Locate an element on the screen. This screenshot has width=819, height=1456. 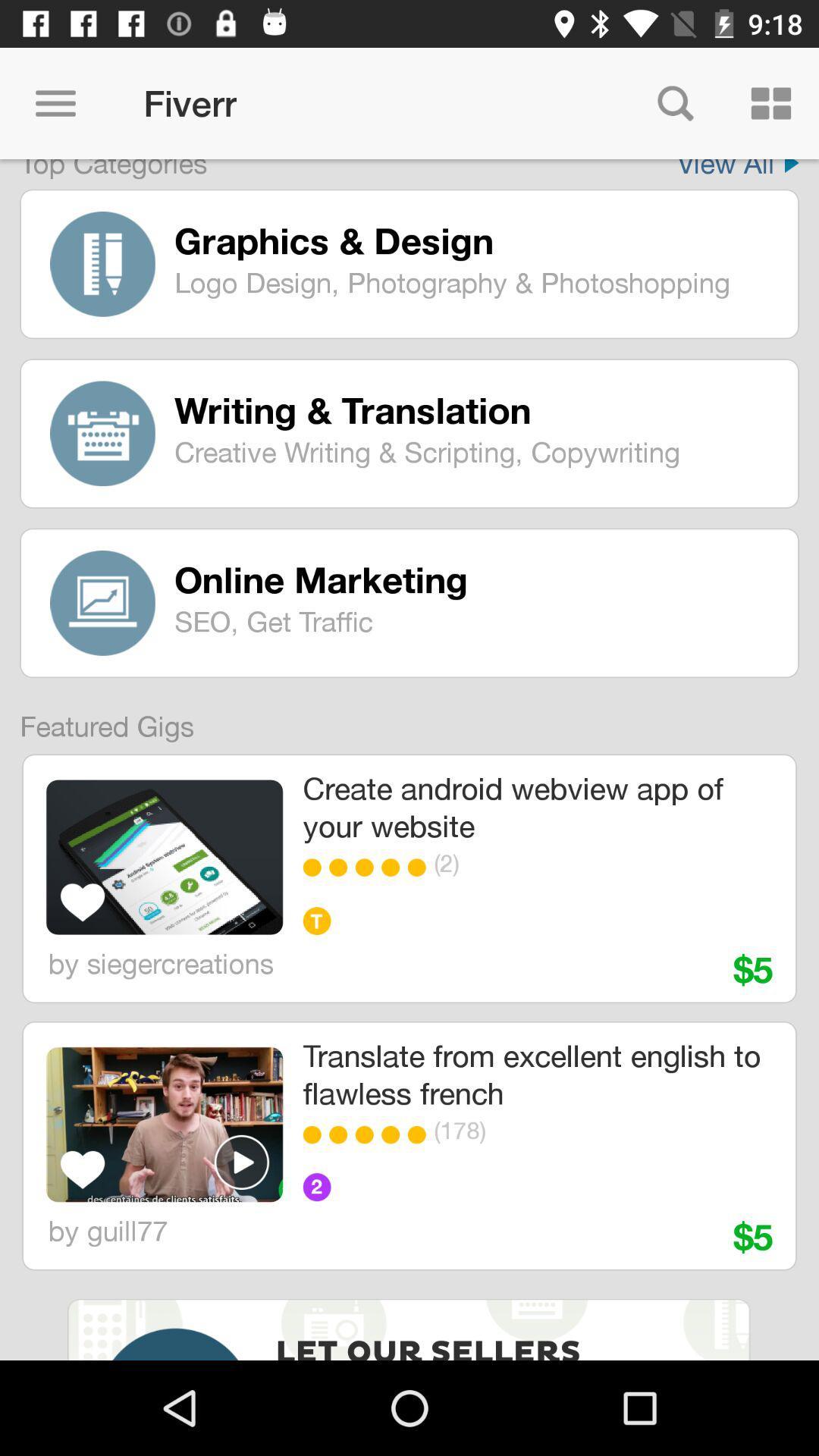
video is located at coordinates (241, 1161).